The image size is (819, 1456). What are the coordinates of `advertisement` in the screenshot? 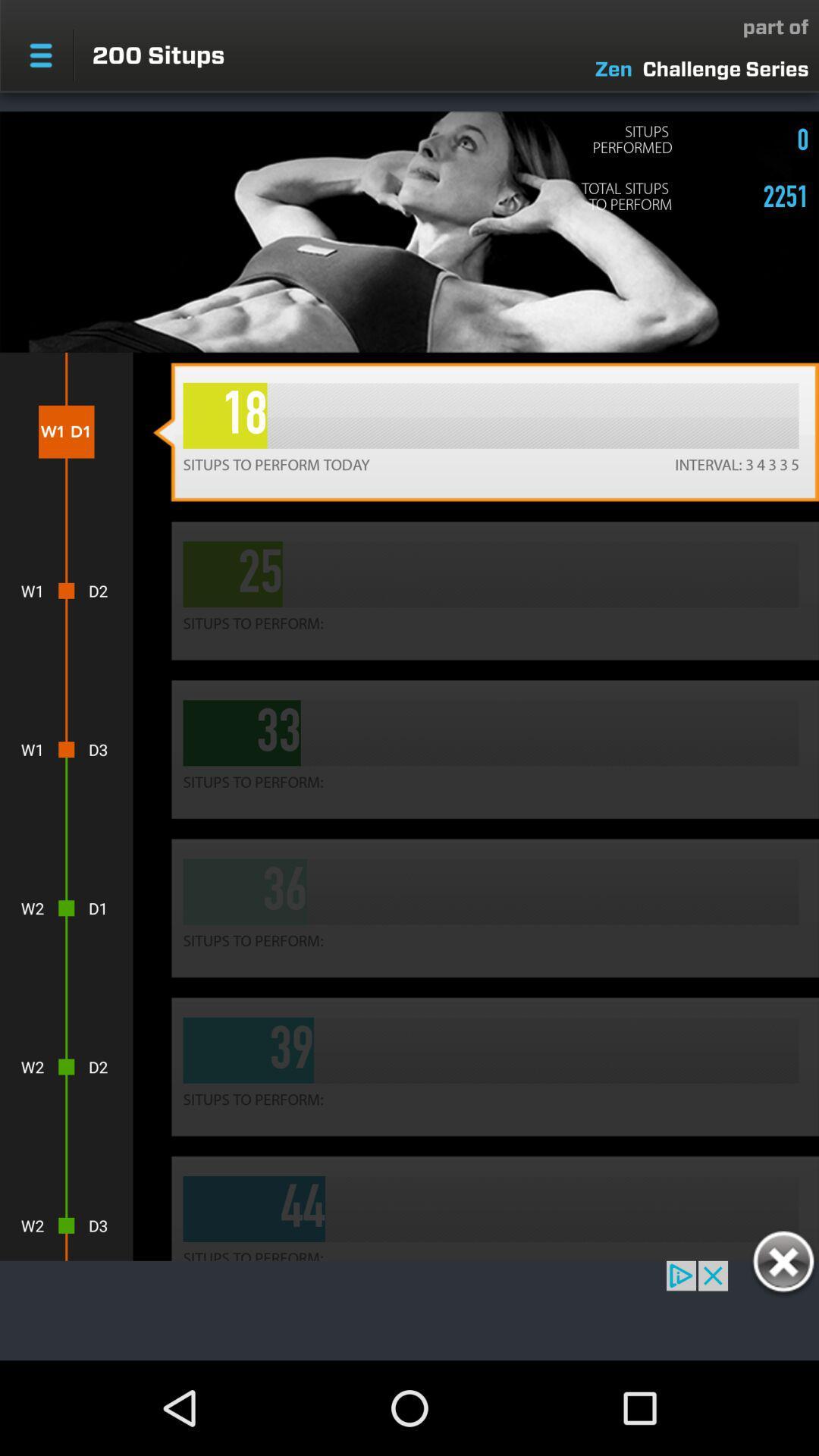 It's located at (783, 1264).